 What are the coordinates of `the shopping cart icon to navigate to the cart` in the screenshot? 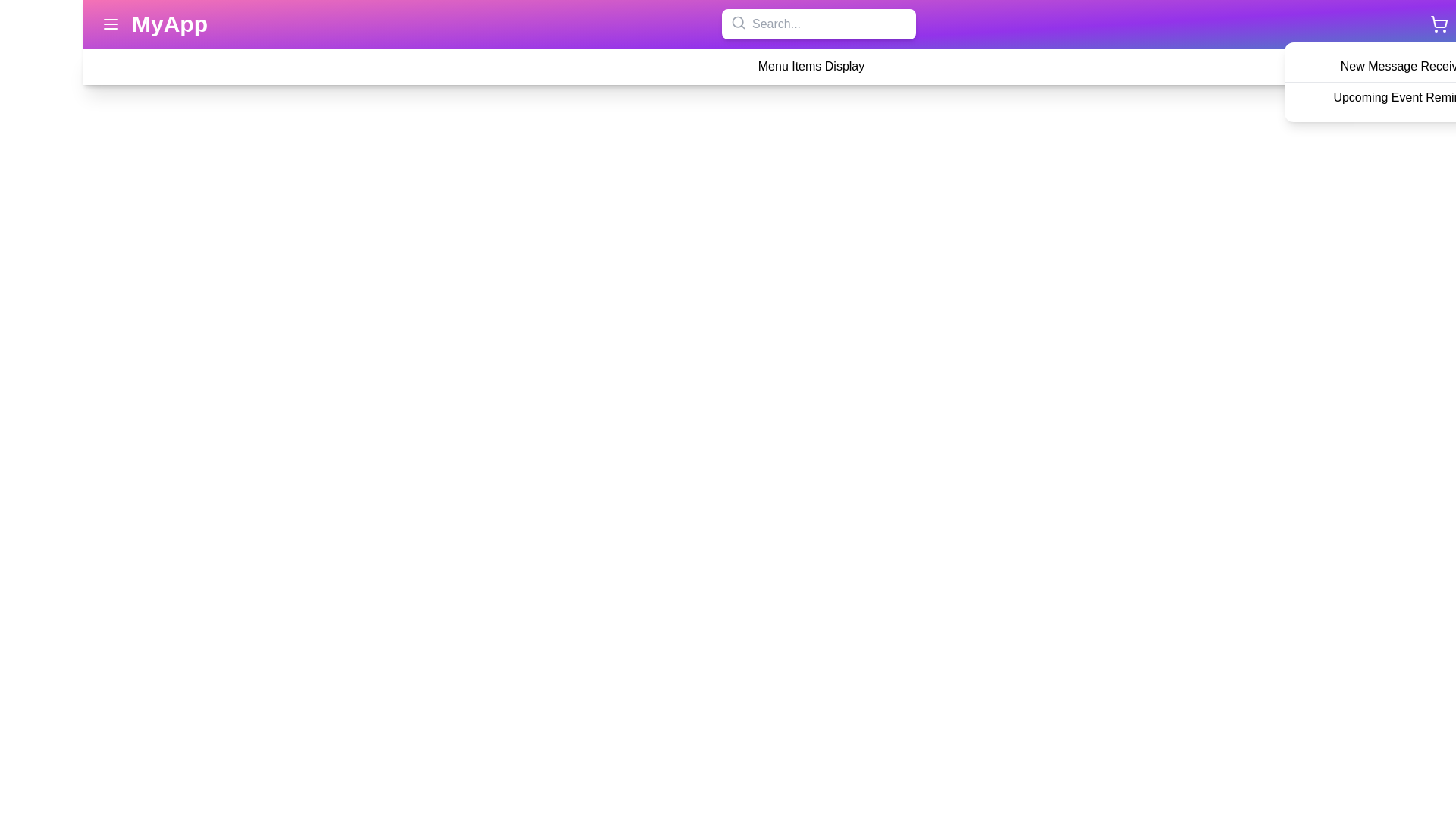 It's located at (1438, 24).